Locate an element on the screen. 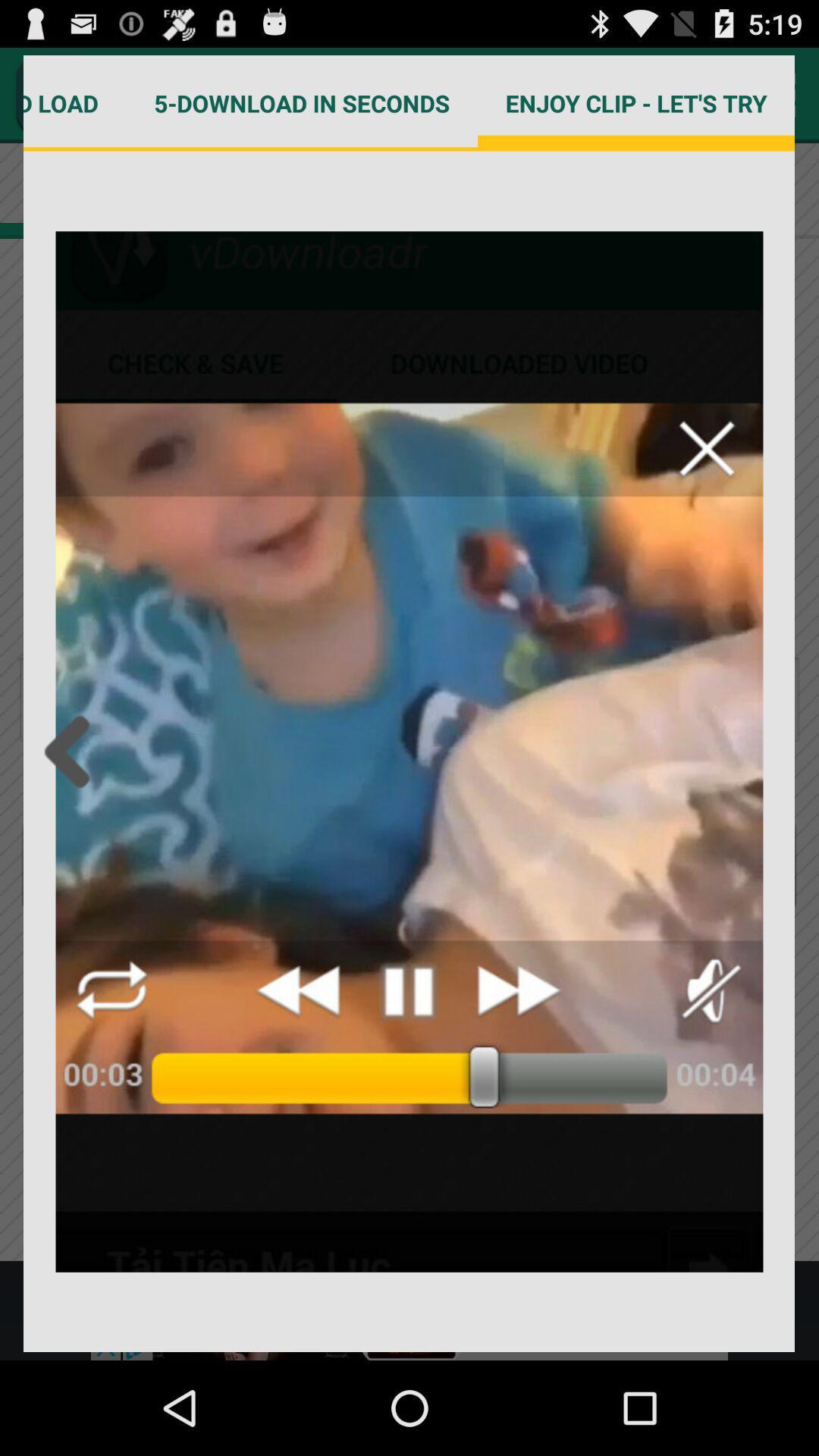  back is located at coordinates (71, 752).